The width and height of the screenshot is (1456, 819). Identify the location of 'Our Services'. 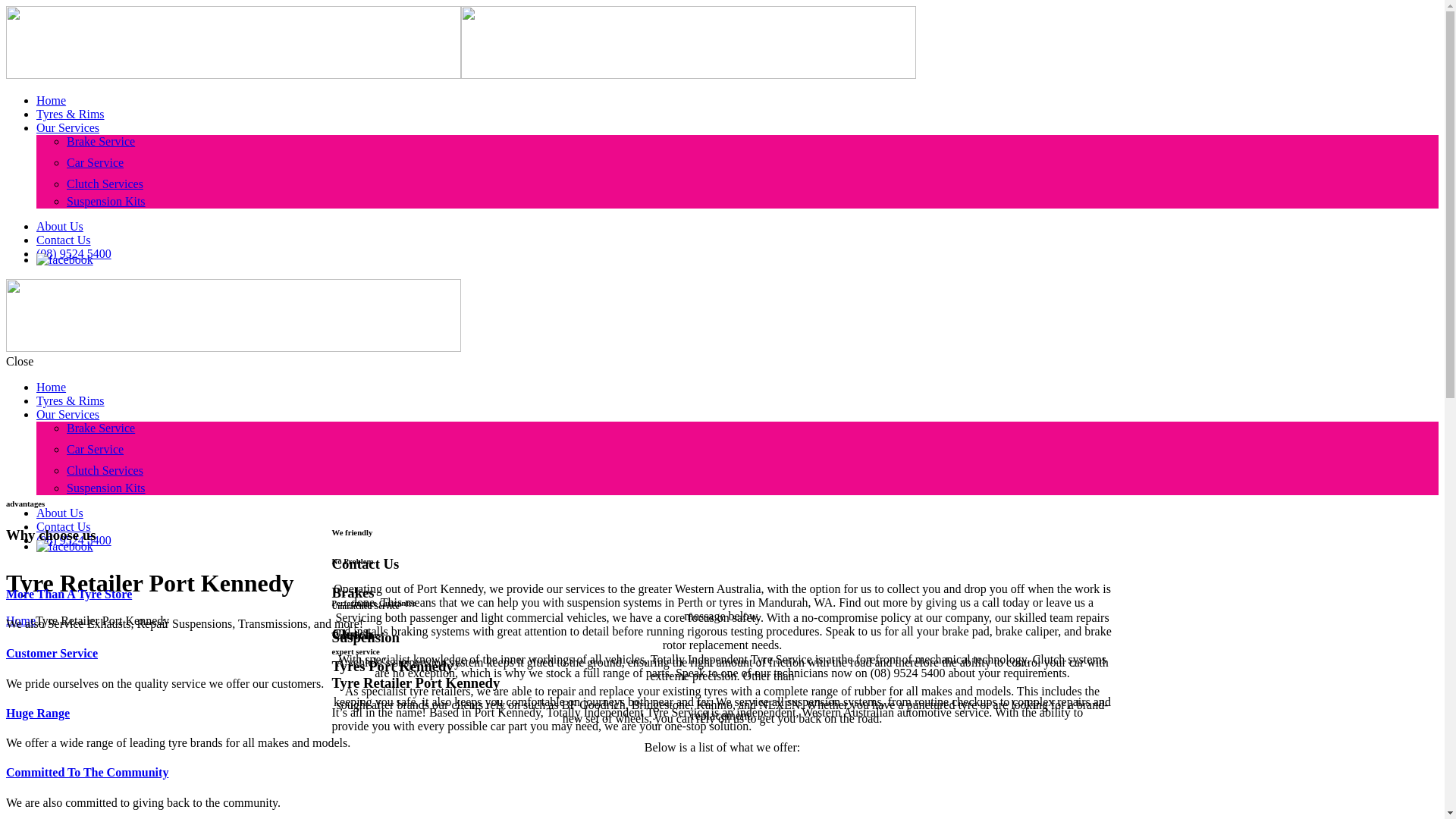
(67, 127).